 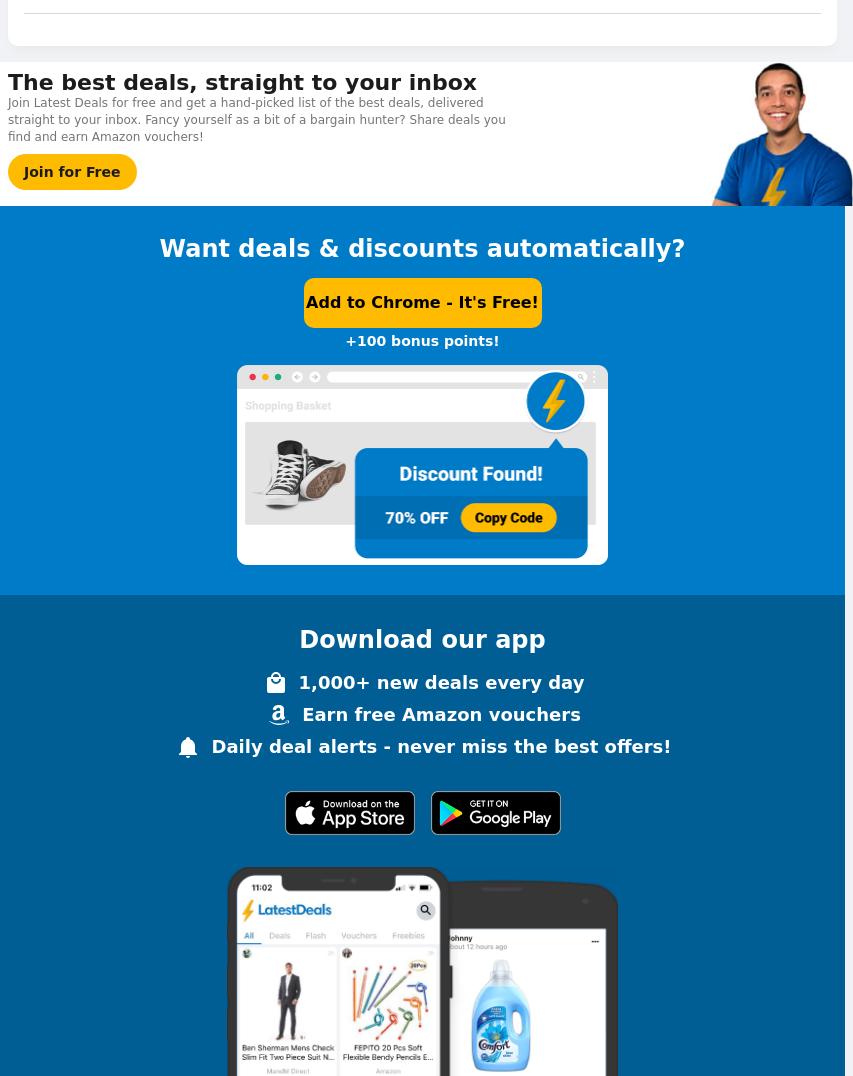 I want to click on '1,000+ new deals every day', so click(x=441, y=681).